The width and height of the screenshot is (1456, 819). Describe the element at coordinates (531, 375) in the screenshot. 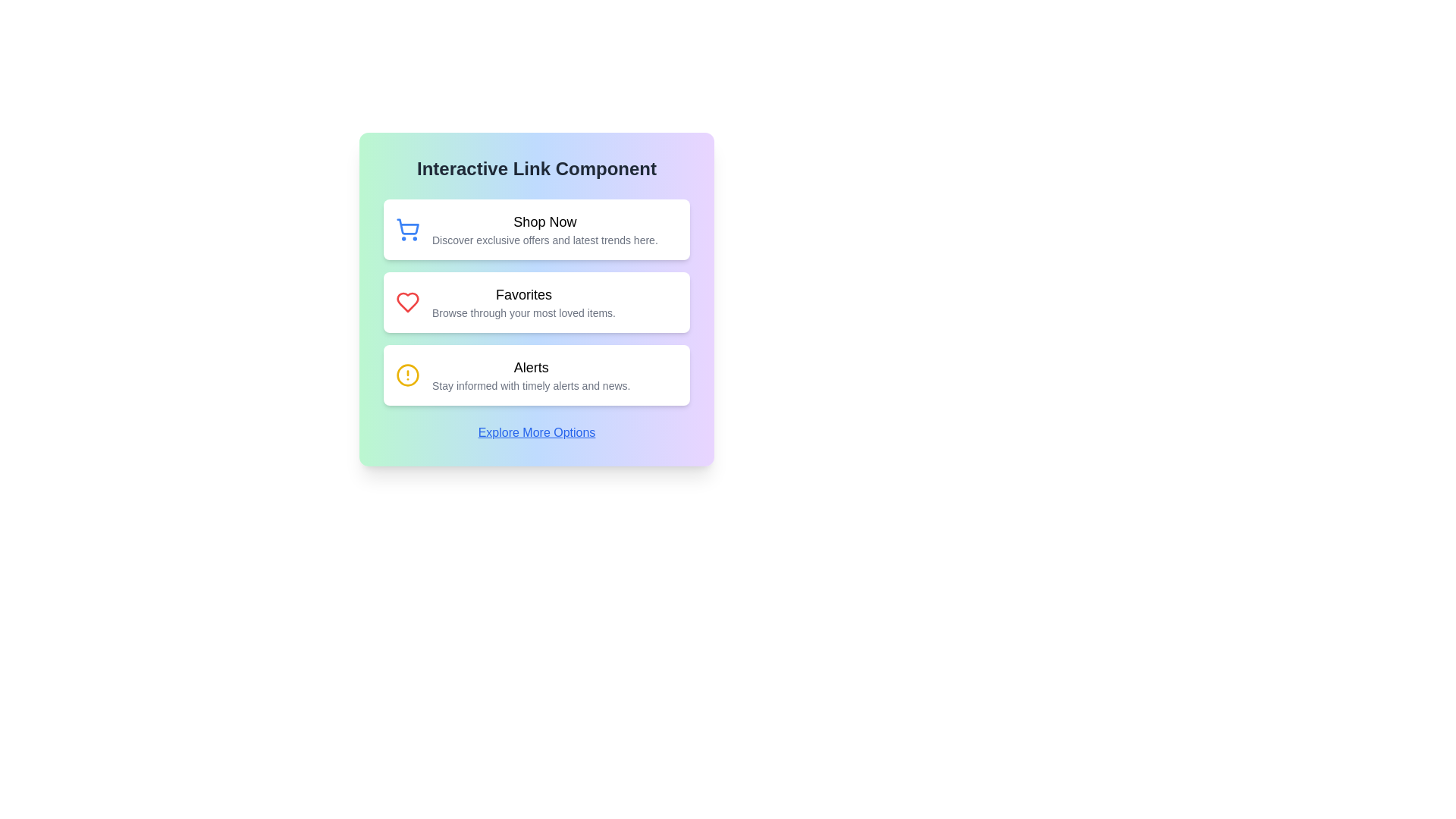

I see `the text element that serves as the title and description of the 'Alerts' section, located in the third interactive box with a yellow circle icon to the left` at that location.